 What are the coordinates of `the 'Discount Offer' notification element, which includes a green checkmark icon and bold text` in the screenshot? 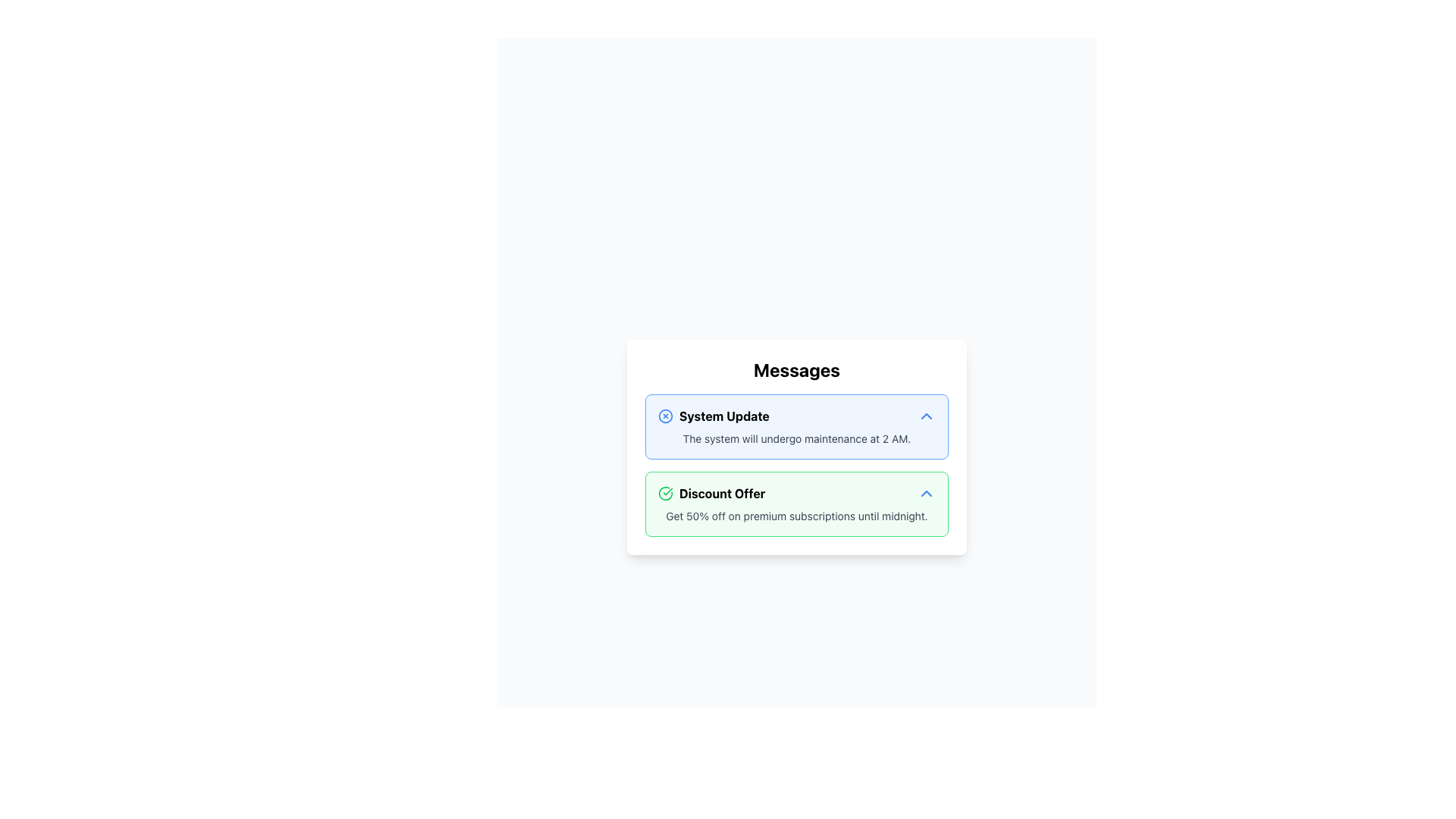 It's located at (711, 494).